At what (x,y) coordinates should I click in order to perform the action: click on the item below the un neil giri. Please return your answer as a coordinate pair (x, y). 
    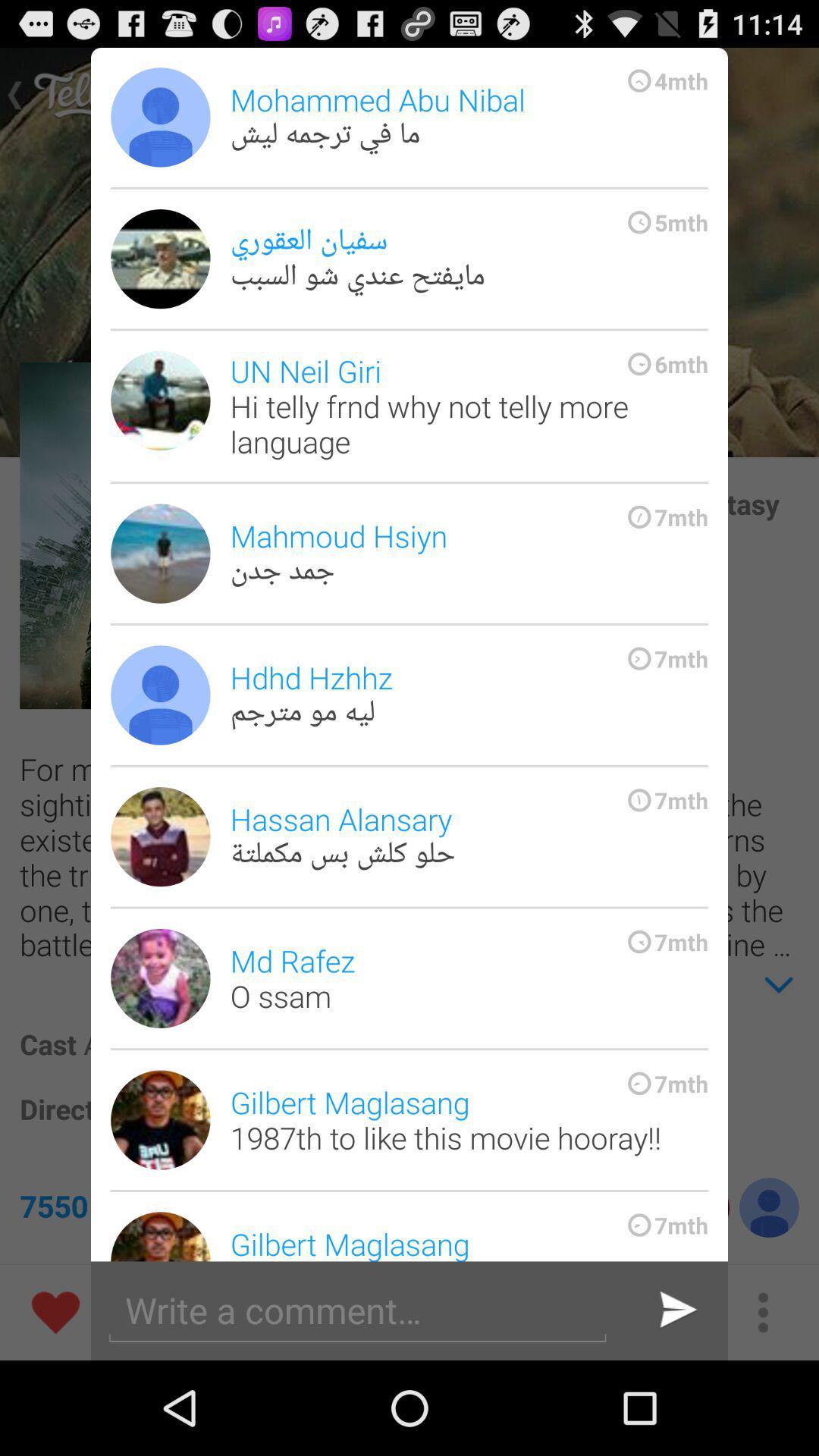
    Looking at the image, I should click on (468, 553).